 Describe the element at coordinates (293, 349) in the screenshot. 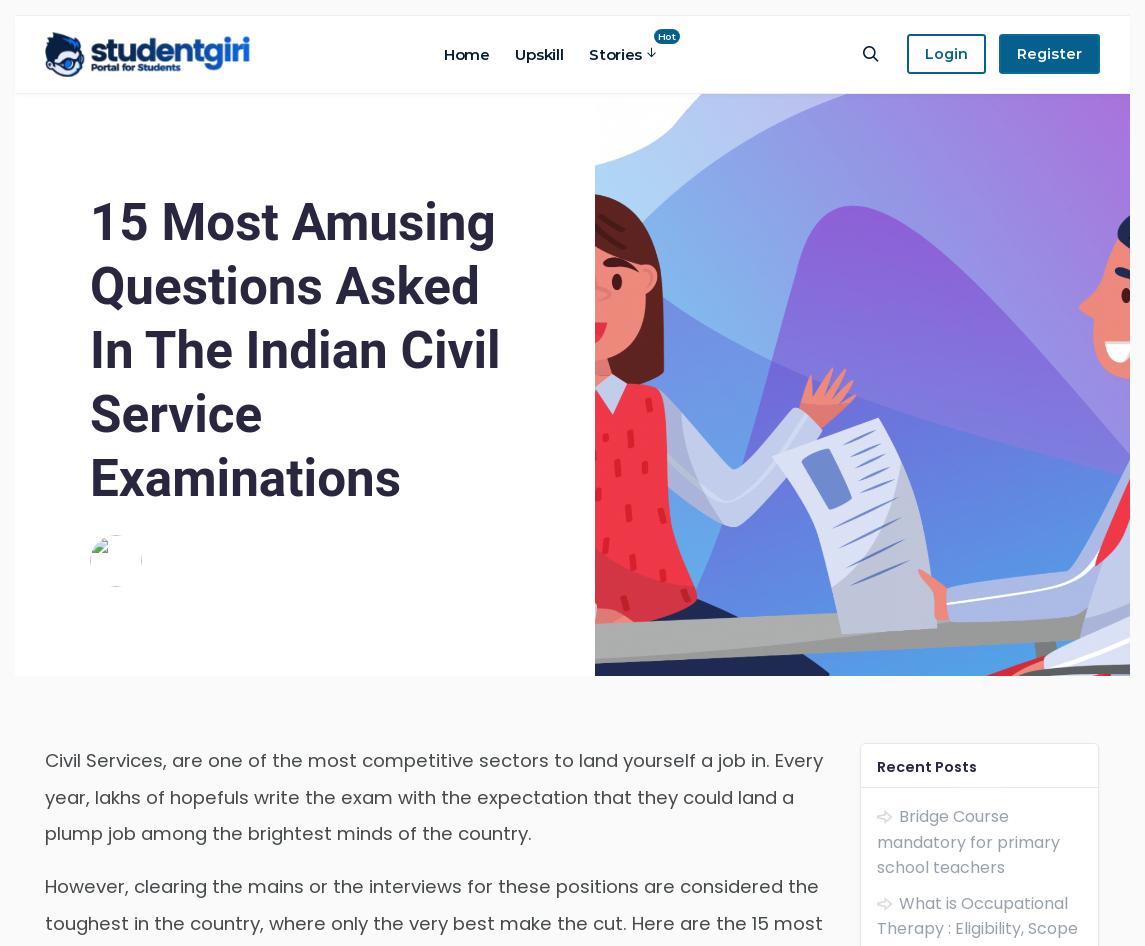

I see `'15 Most Amusing Questions Asked In The Indian Civil Service Examinations'` at that location.